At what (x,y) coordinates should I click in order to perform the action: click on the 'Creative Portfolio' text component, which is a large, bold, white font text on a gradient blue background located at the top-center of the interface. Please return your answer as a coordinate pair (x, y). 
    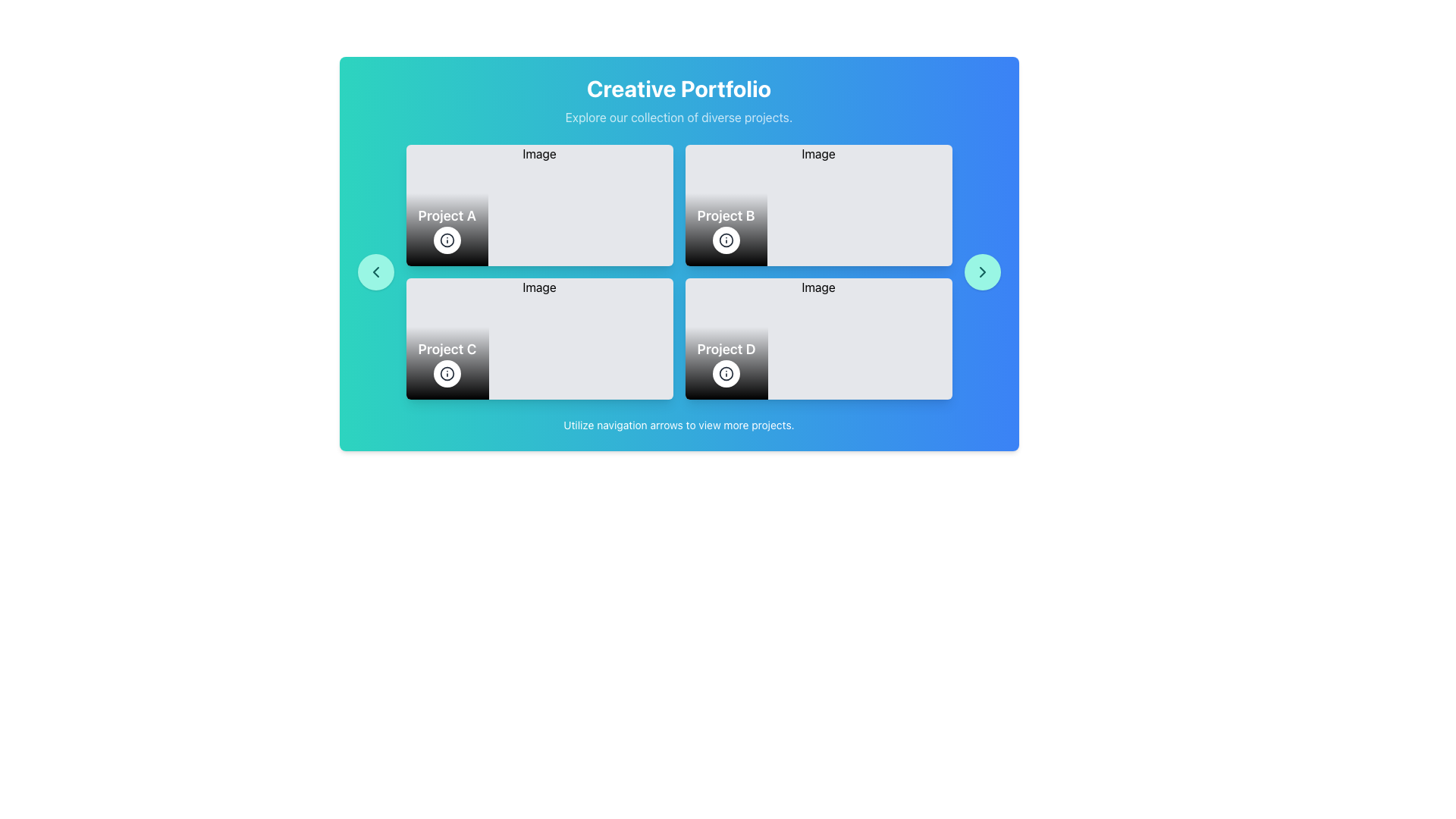
    Looking at the image, I should click on (678, 88).